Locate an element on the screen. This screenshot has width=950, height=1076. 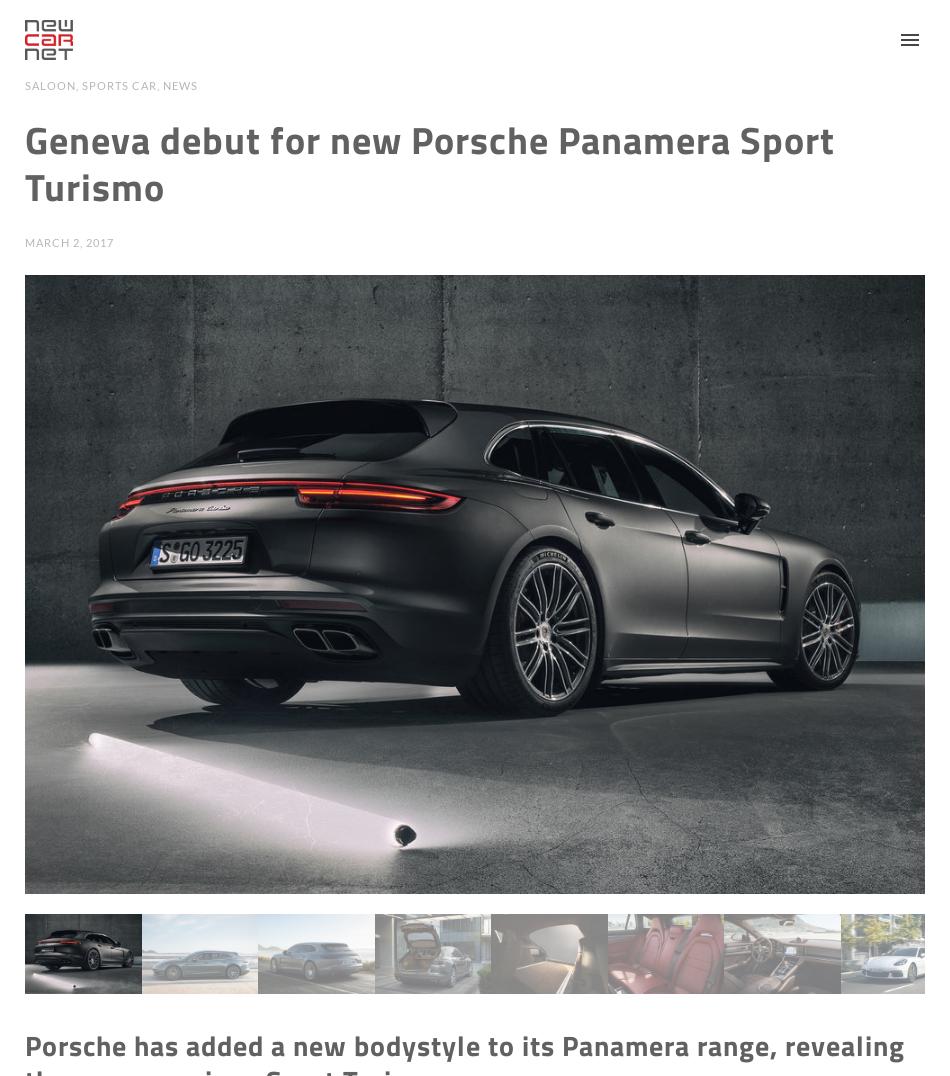
'Advice' is located at coordinates (749, 234).